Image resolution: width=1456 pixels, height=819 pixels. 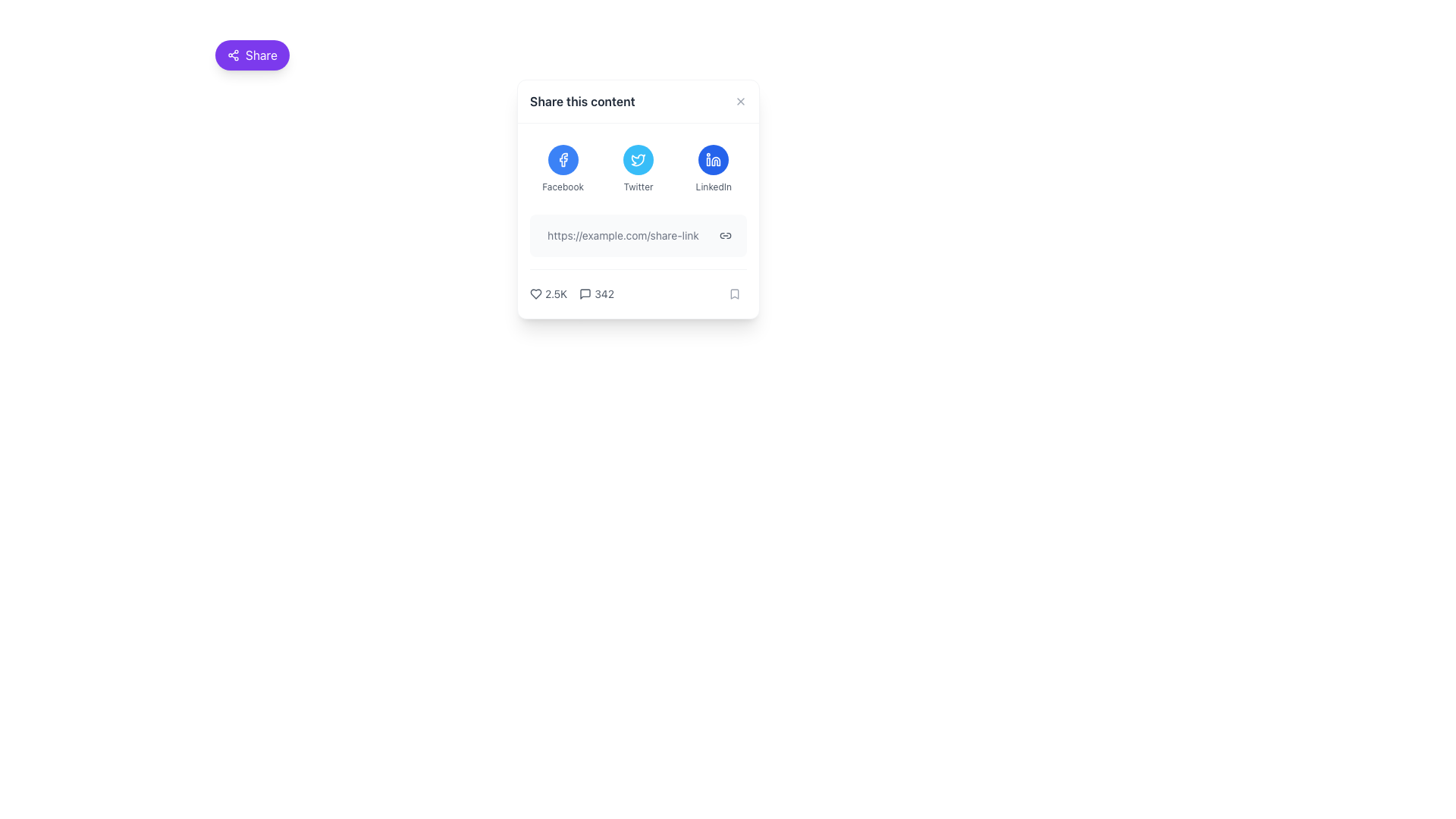 I want to click on the share icon, so click(x=232, y=55).